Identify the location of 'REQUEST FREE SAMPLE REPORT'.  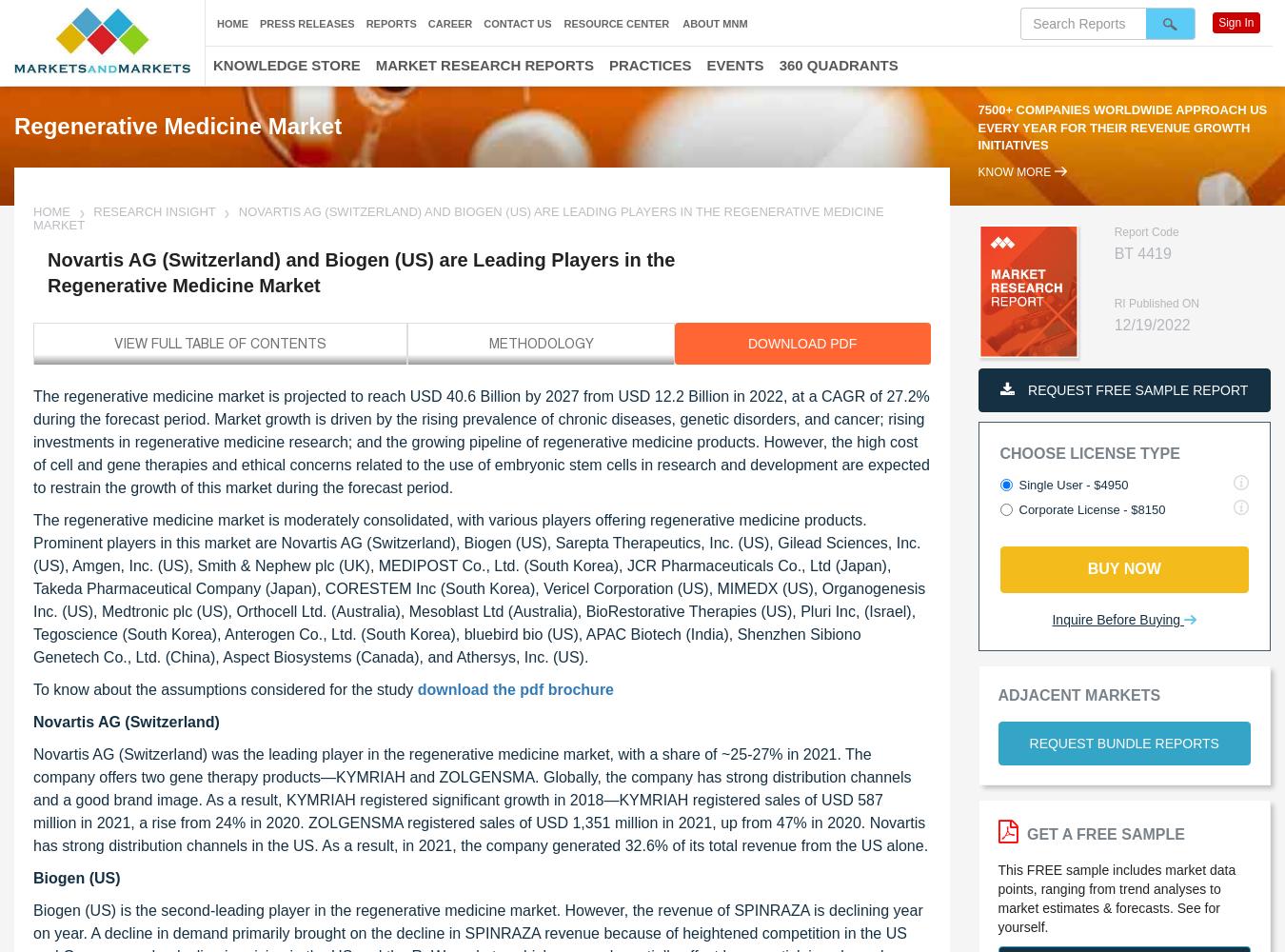
(1023, 390).